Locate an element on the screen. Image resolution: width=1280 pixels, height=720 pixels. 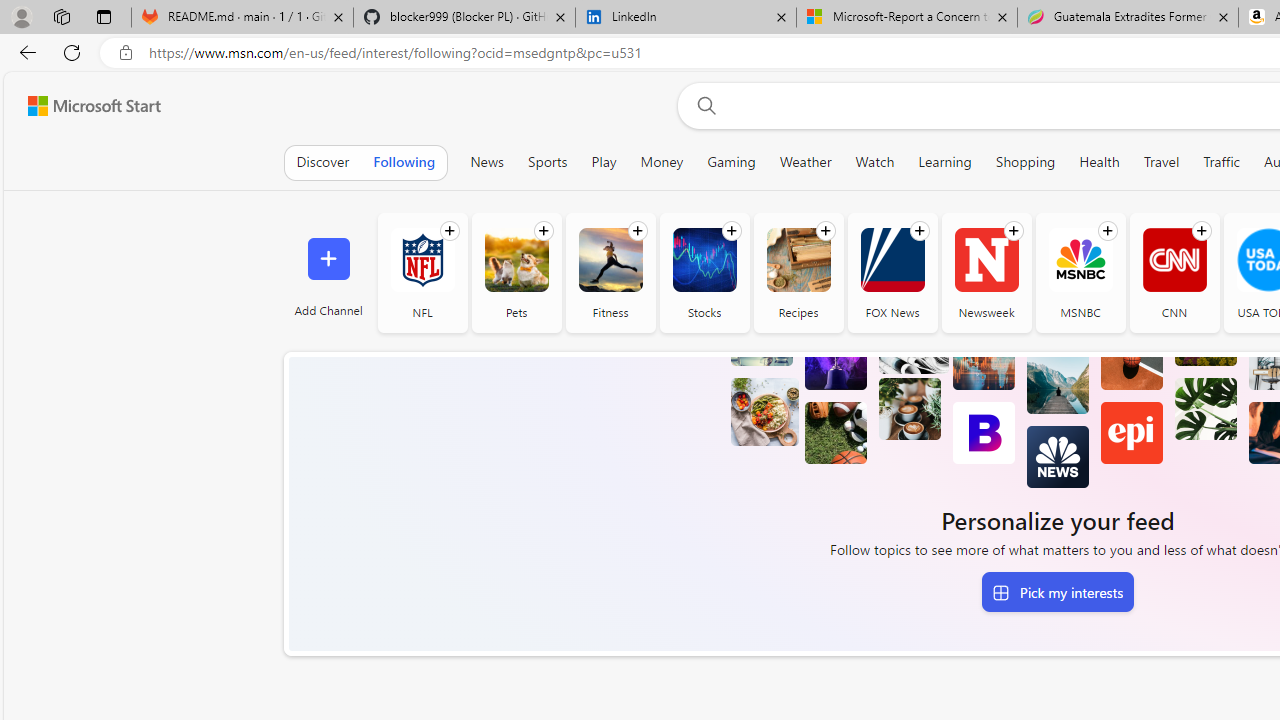
'Shopping' is located at coordinates (1025, 161).